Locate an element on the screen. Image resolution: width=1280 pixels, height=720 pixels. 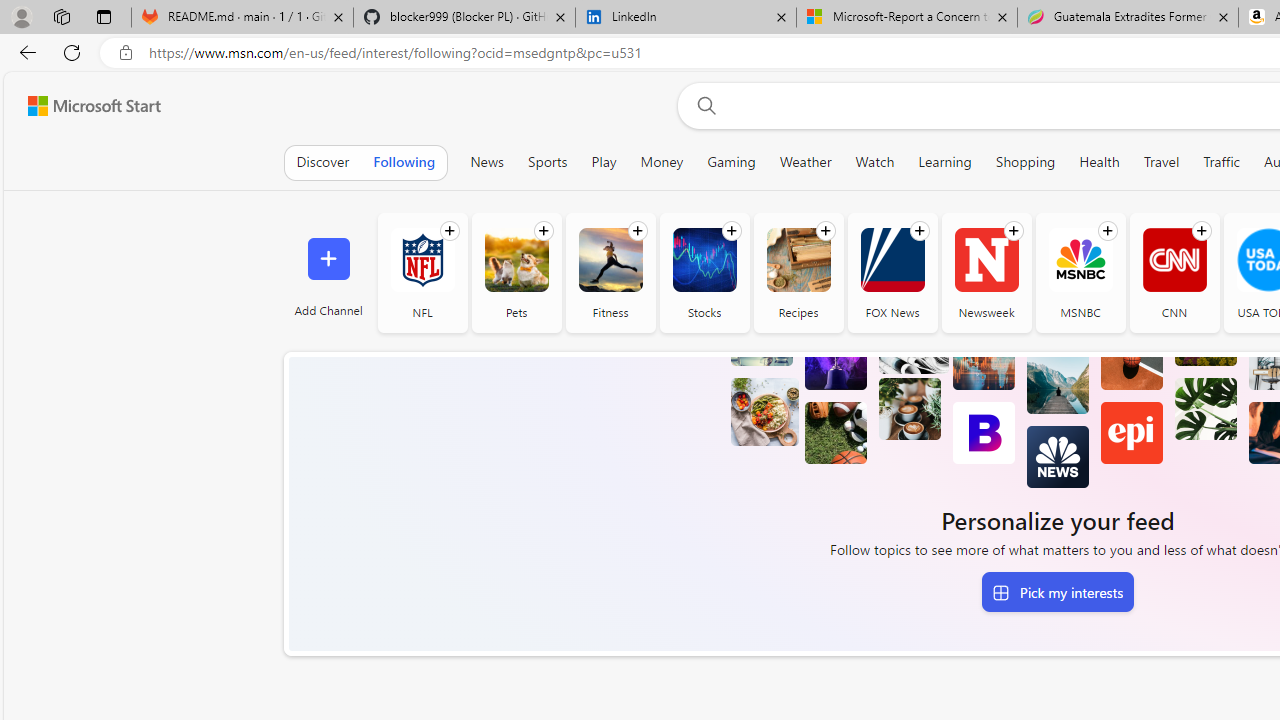
'Shopping' is located at coordinates (1025, 161).